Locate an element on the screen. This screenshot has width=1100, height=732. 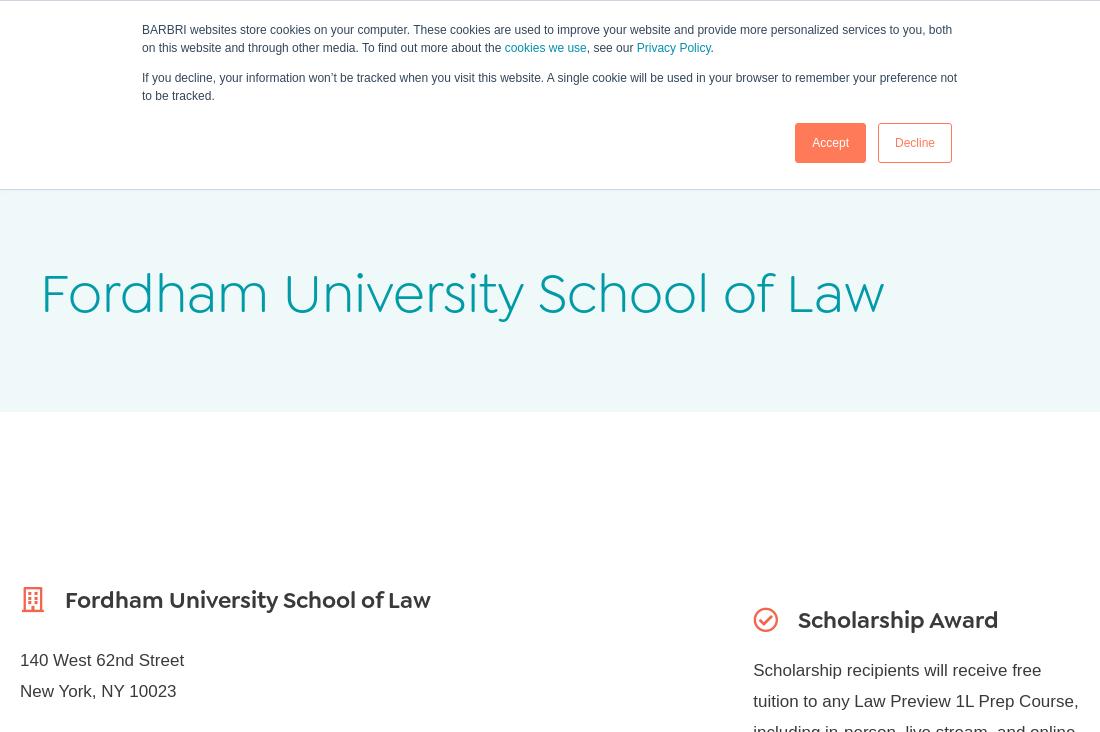
'|' is located at coordinates (1013, 18).